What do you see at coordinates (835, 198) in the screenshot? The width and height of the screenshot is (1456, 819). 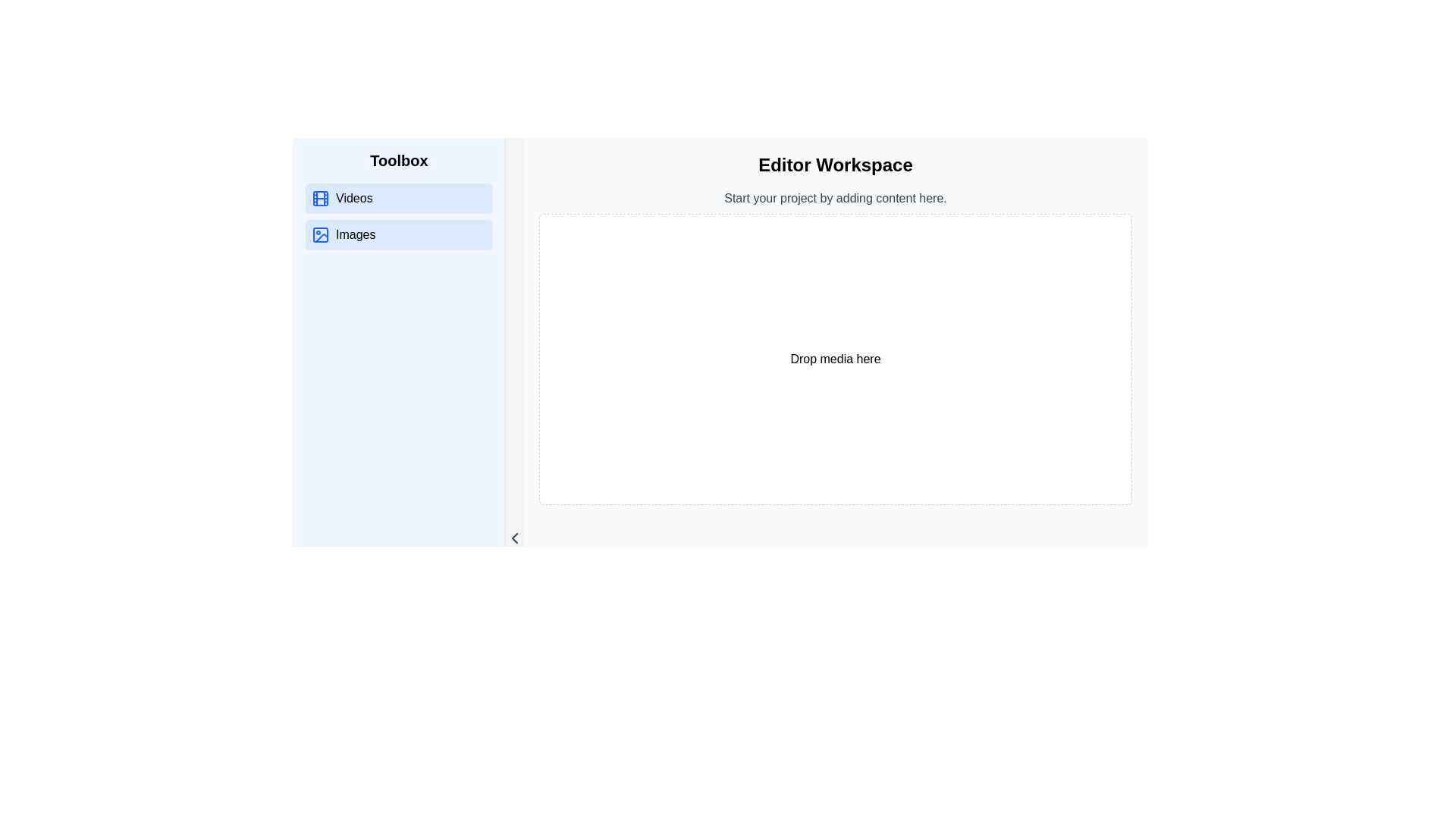 I see `the text element stating 'Start your project by adding content here.', which is located below the 'Editor Workspace' header and above the 'Drop media here' area` at bounding box center [835, 198].